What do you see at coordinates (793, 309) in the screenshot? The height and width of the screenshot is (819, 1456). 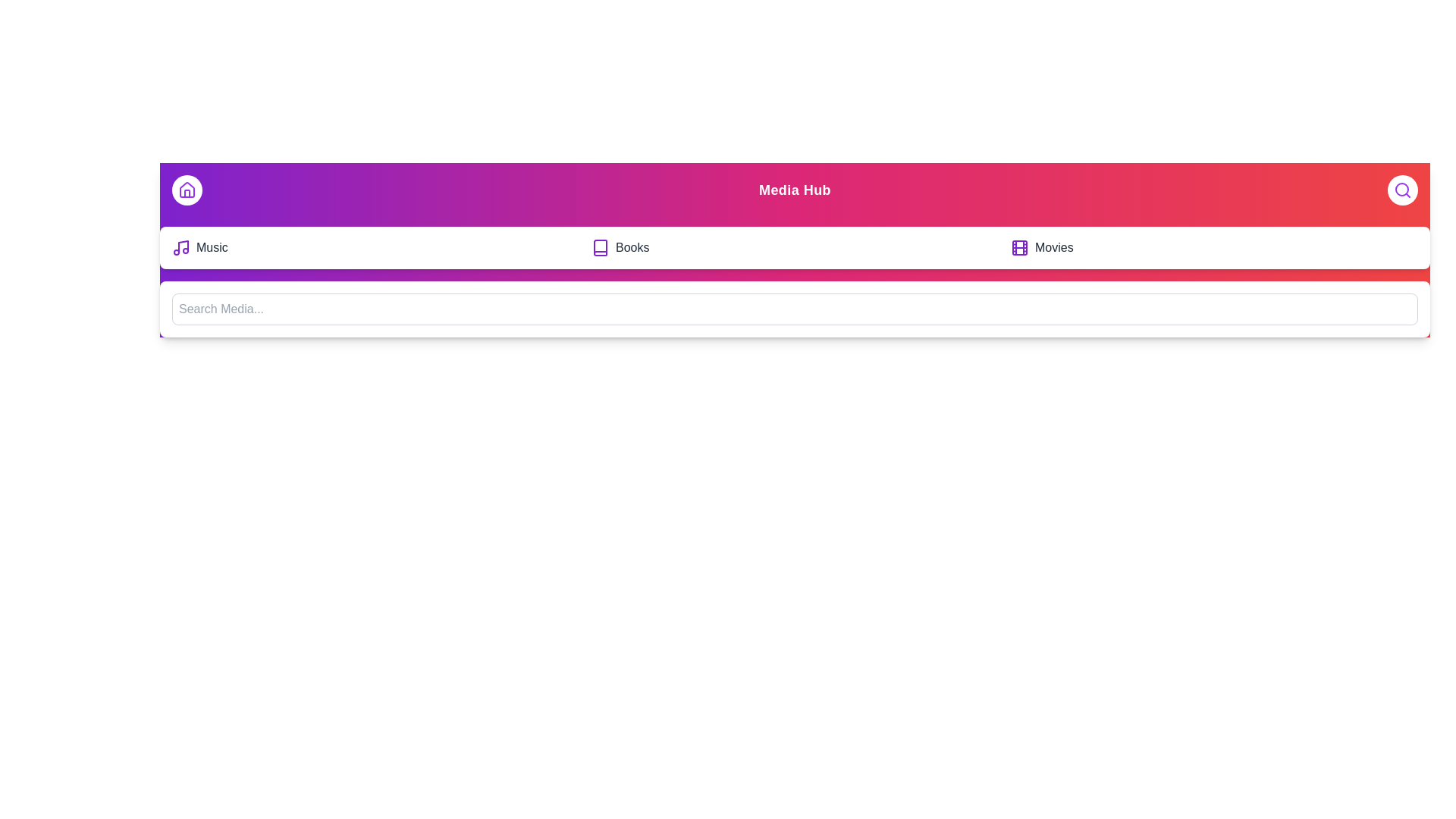 I see `the search input field and type 'Media'` at bounding box center [793, 309].